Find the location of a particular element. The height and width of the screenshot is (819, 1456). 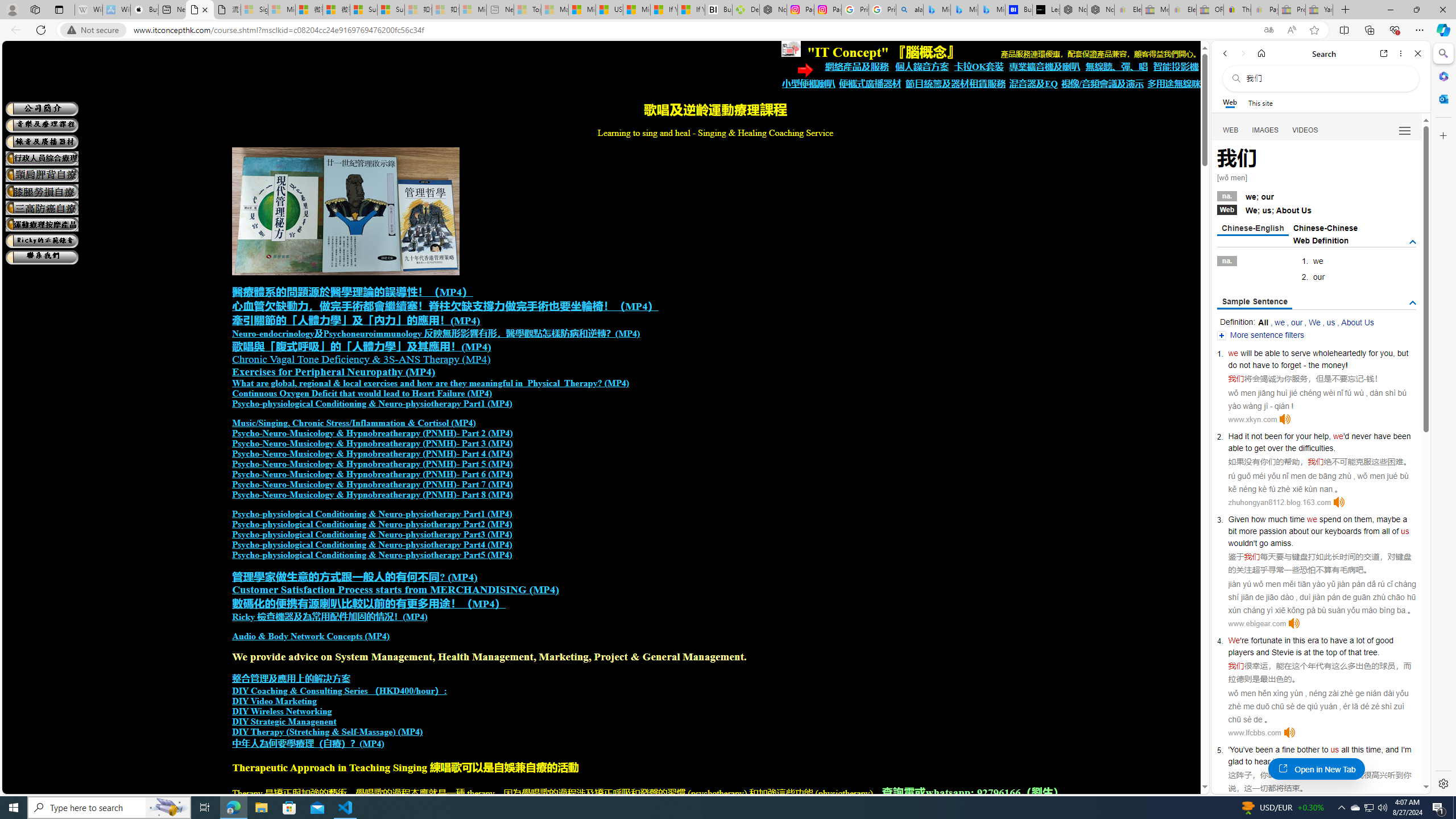

'serve' is located at coordinates (1300, 353).